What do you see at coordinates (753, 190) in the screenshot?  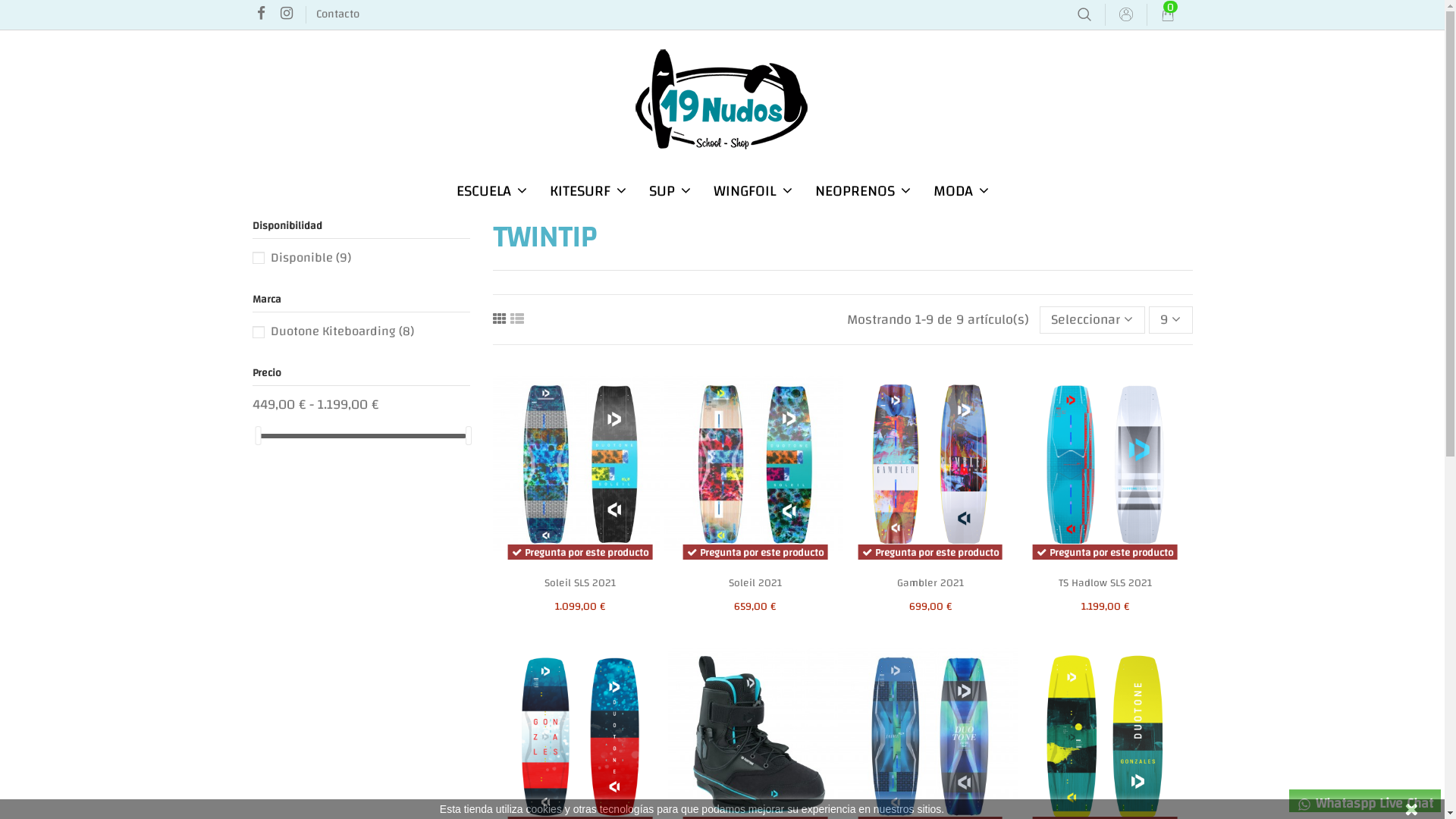 I see `'WINGFOIL'` at bounding box center [753, 190].